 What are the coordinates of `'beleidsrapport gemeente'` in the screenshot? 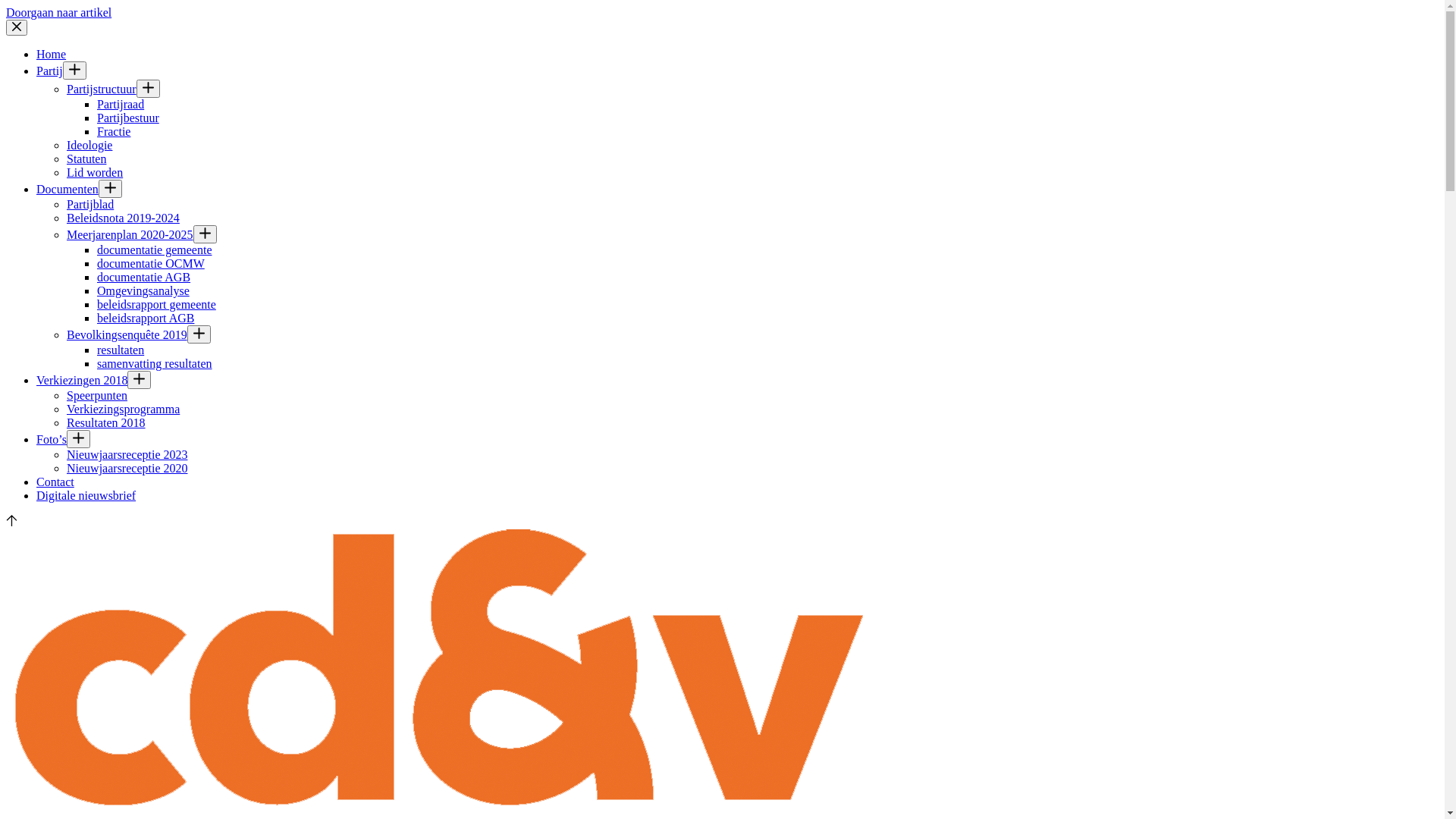 It's located at (156, 304).